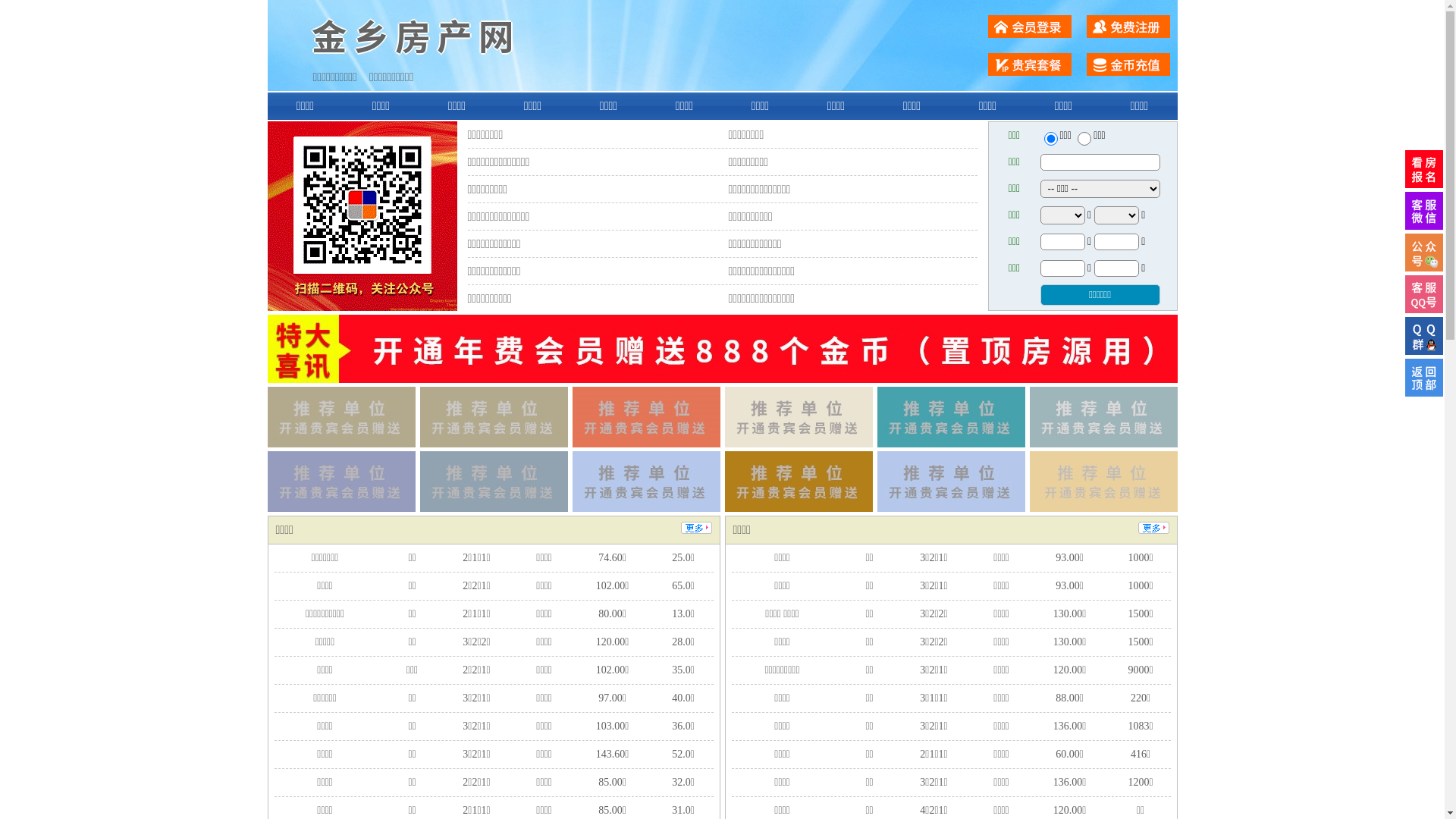 The height and width of the screenshot is (819, 1456). I want to click on 'ershou', so click(1050, 138).